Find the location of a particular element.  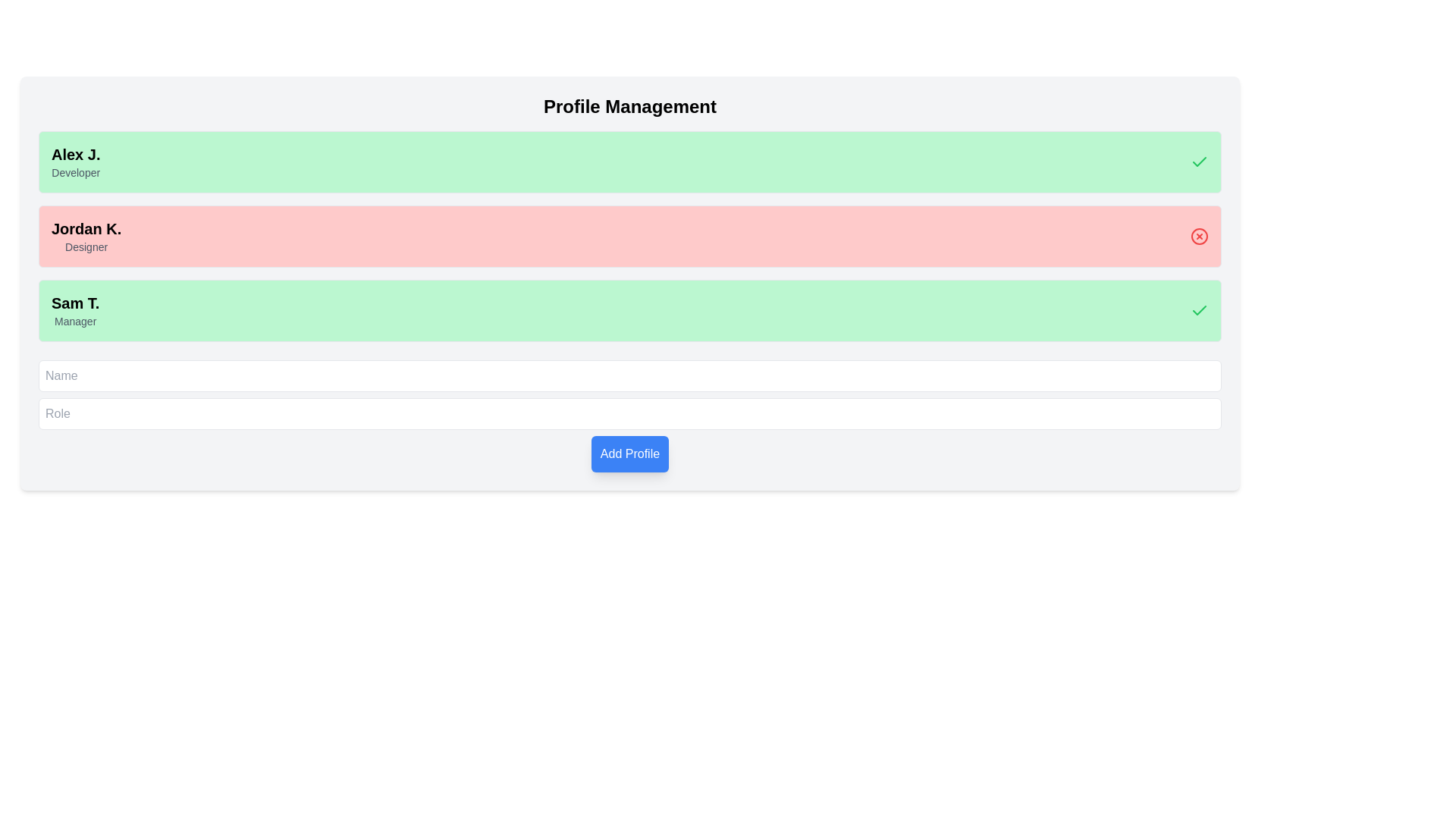

the text label element displaying 'Alex J.' located in the upper section of the interface, styled in bold and larger than surrounding text is located at coordinates (75, 155).